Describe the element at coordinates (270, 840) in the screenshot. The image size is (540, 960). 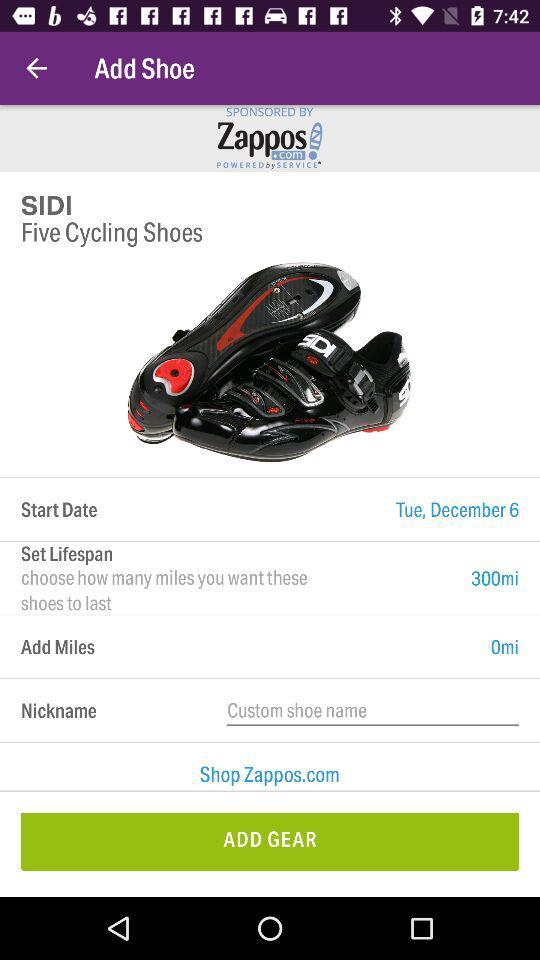
I see `add gear icon` at that location.